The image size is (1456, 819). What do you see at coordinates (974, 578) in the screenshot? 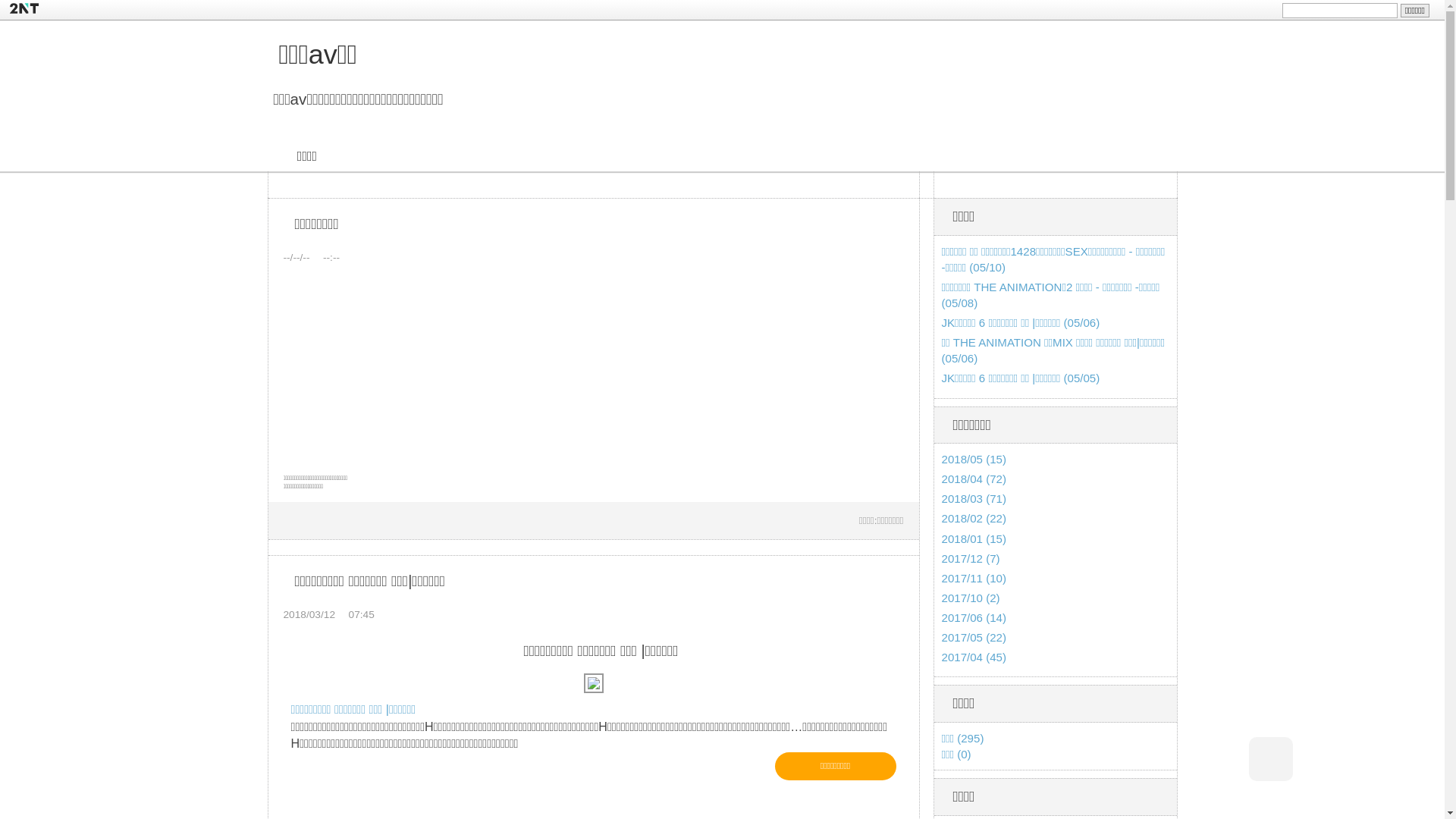
I see `'2017/11 (10)'` at bounding box center [974, 578].